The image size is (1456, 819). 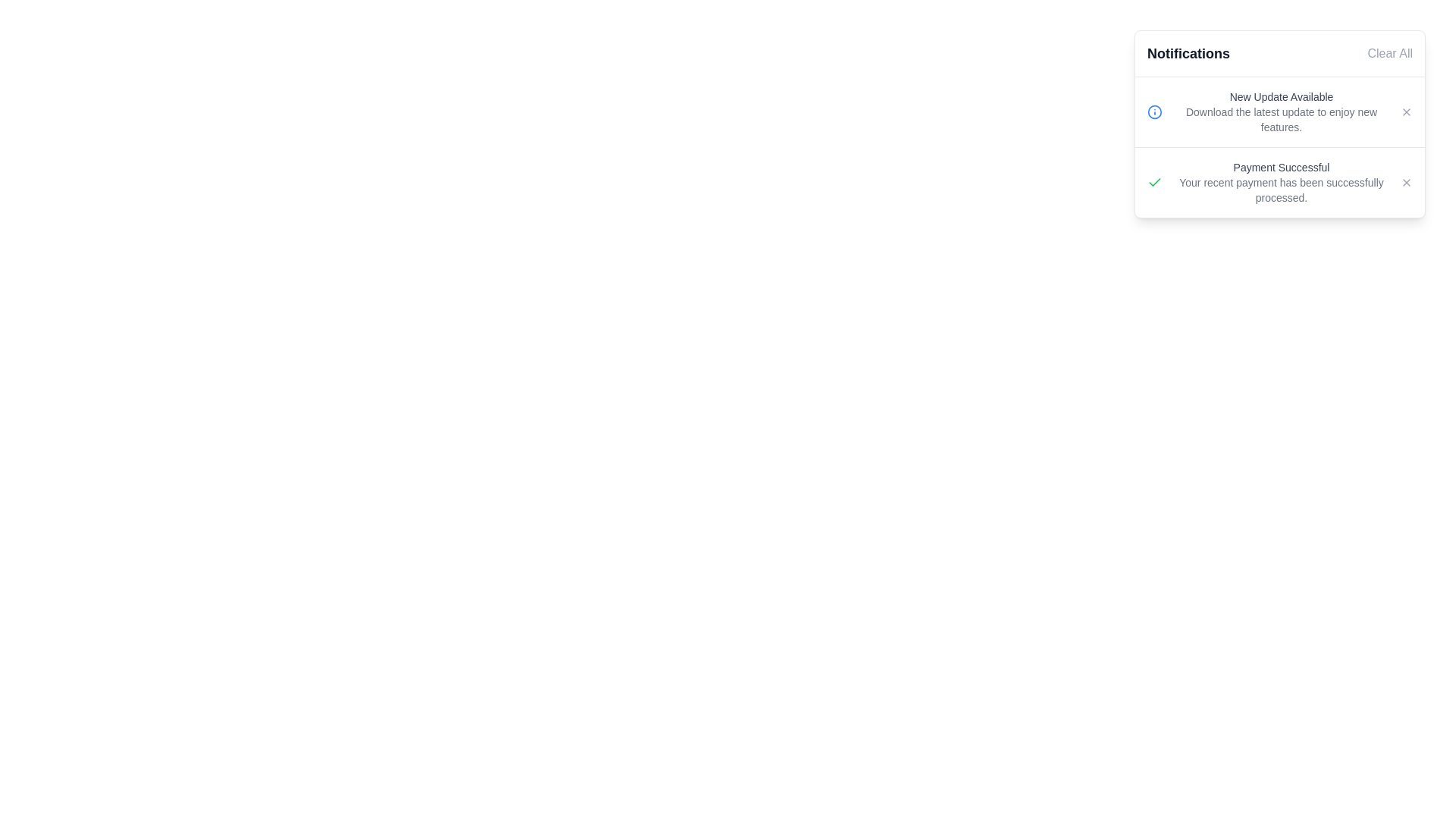 What do you see at coordinates (1280, 96) in the screenshot?
I see `the 'New Update Available' text label, which is styled in medium-weight dark gray font on a white background, located at the top of the notification card` at bounding box center [1280, 96].